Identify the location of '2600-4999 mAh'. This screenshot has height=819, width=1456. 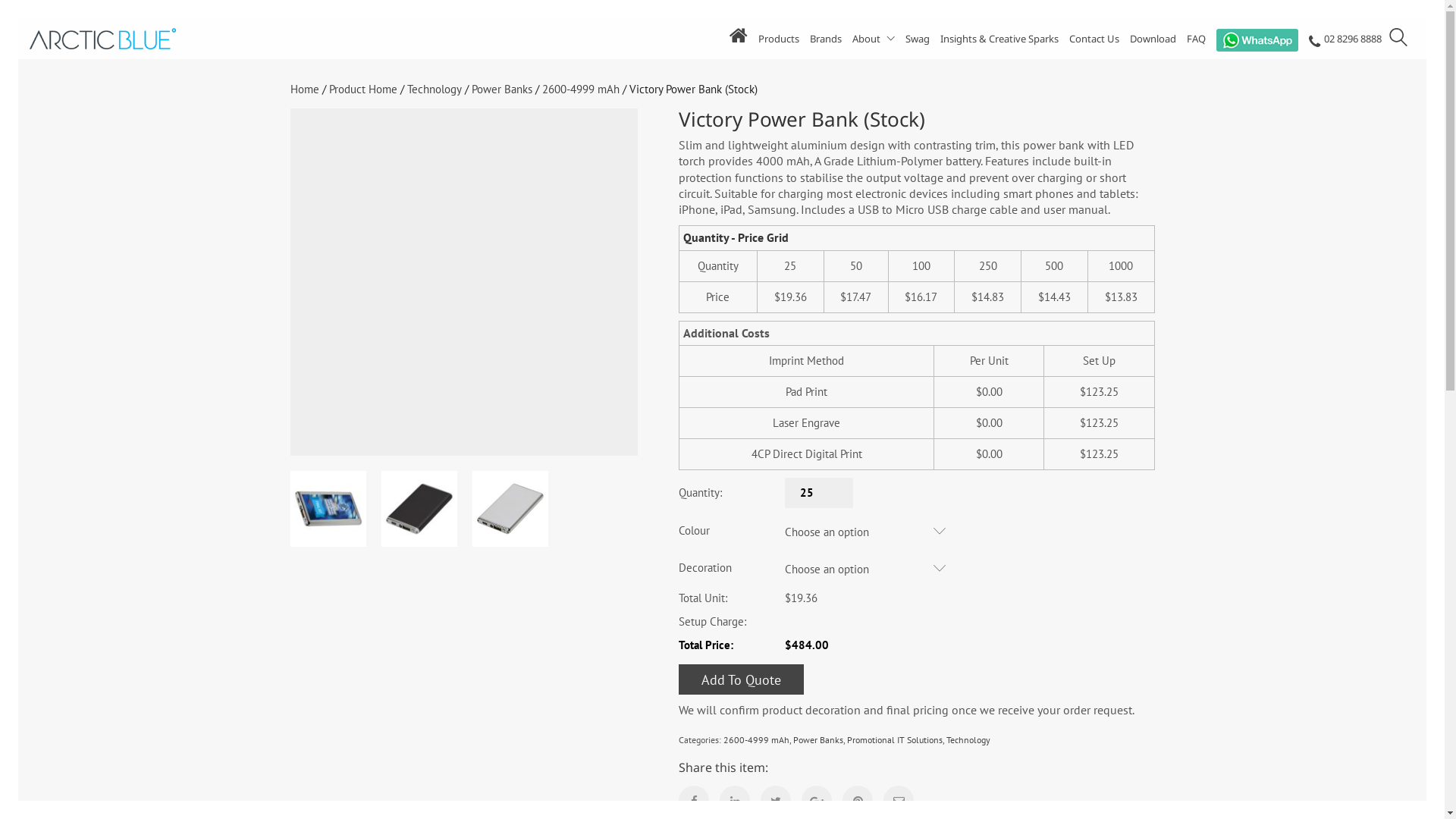
(541, 89).